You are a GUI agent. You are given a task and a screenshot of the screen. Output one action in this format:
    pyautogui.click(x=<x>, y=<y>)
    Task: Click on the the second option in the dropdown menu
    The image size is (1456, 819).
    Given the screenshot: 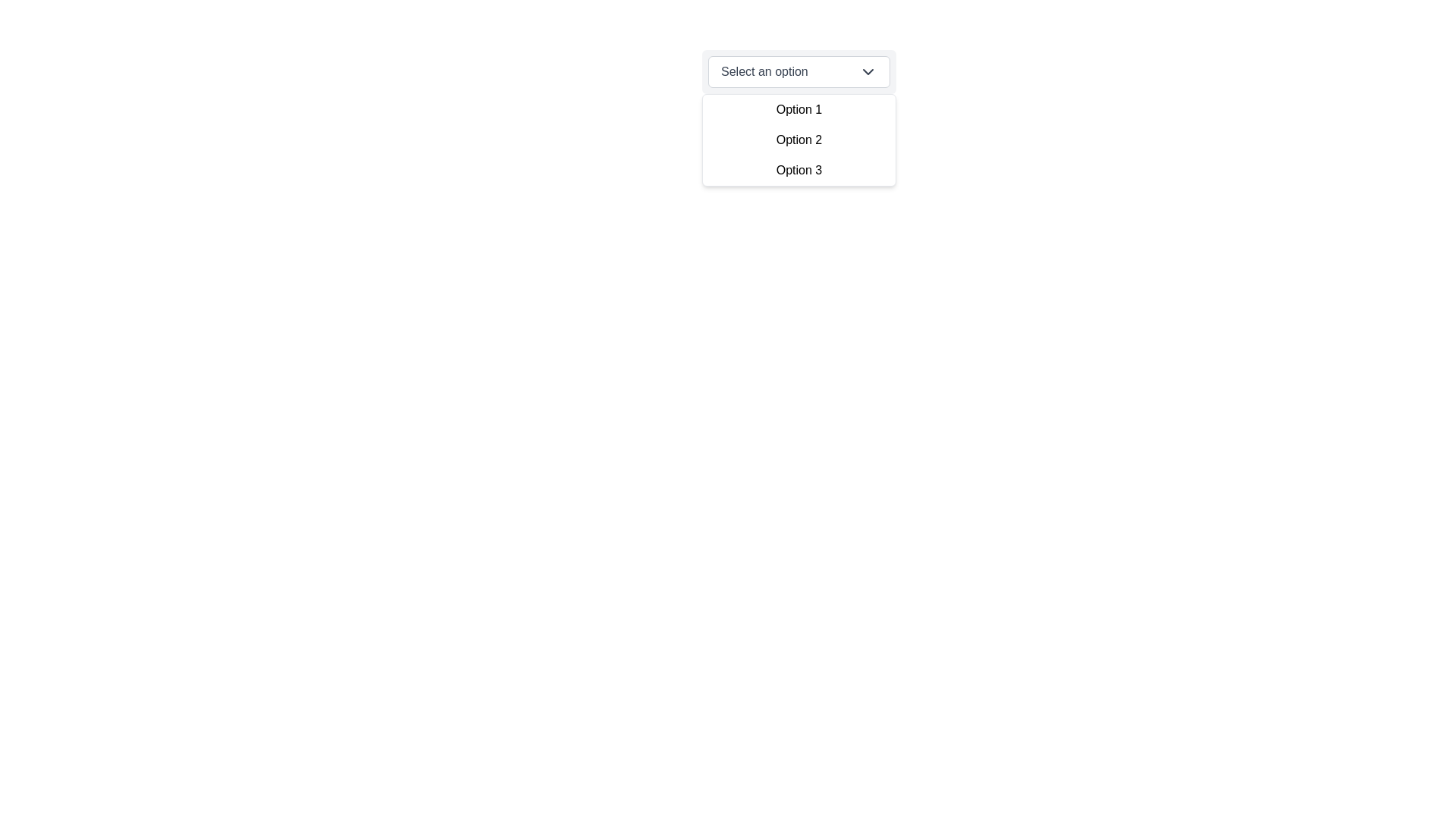 What is the action you would take?
    pyautogui.click(x=799, y=140)
    